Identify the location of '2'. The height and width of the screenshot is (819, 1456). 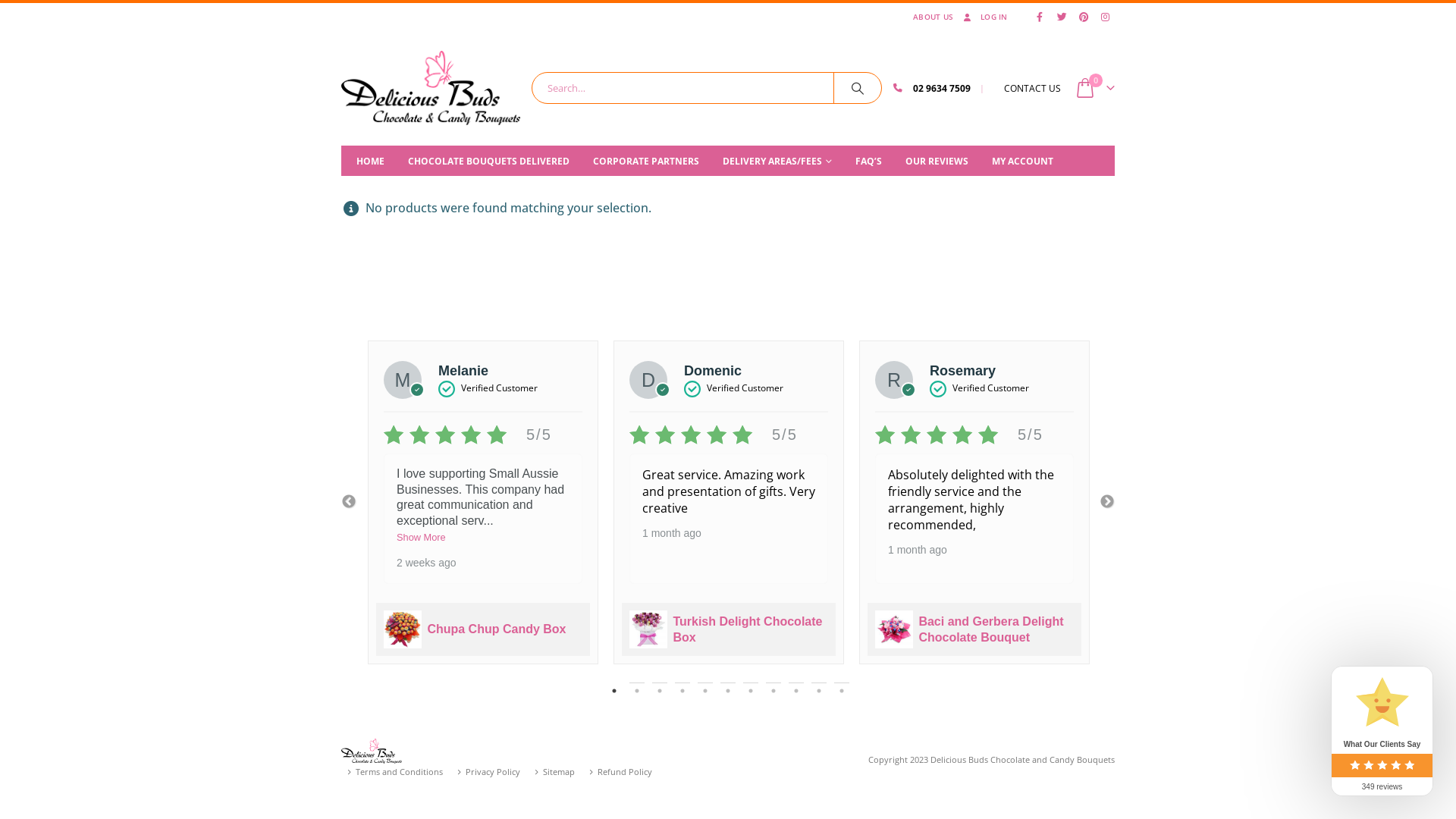
(629, 690).